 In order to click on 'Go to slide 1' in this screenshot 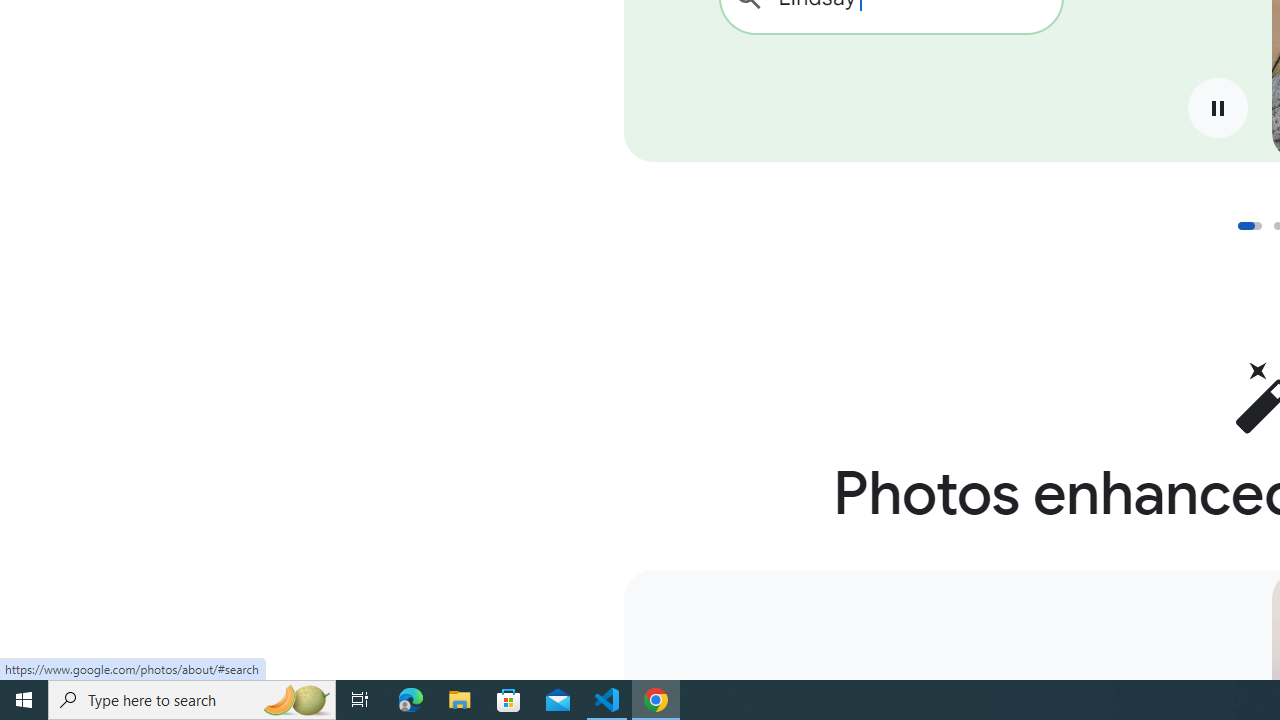, I will do `click(1248, 225)`.